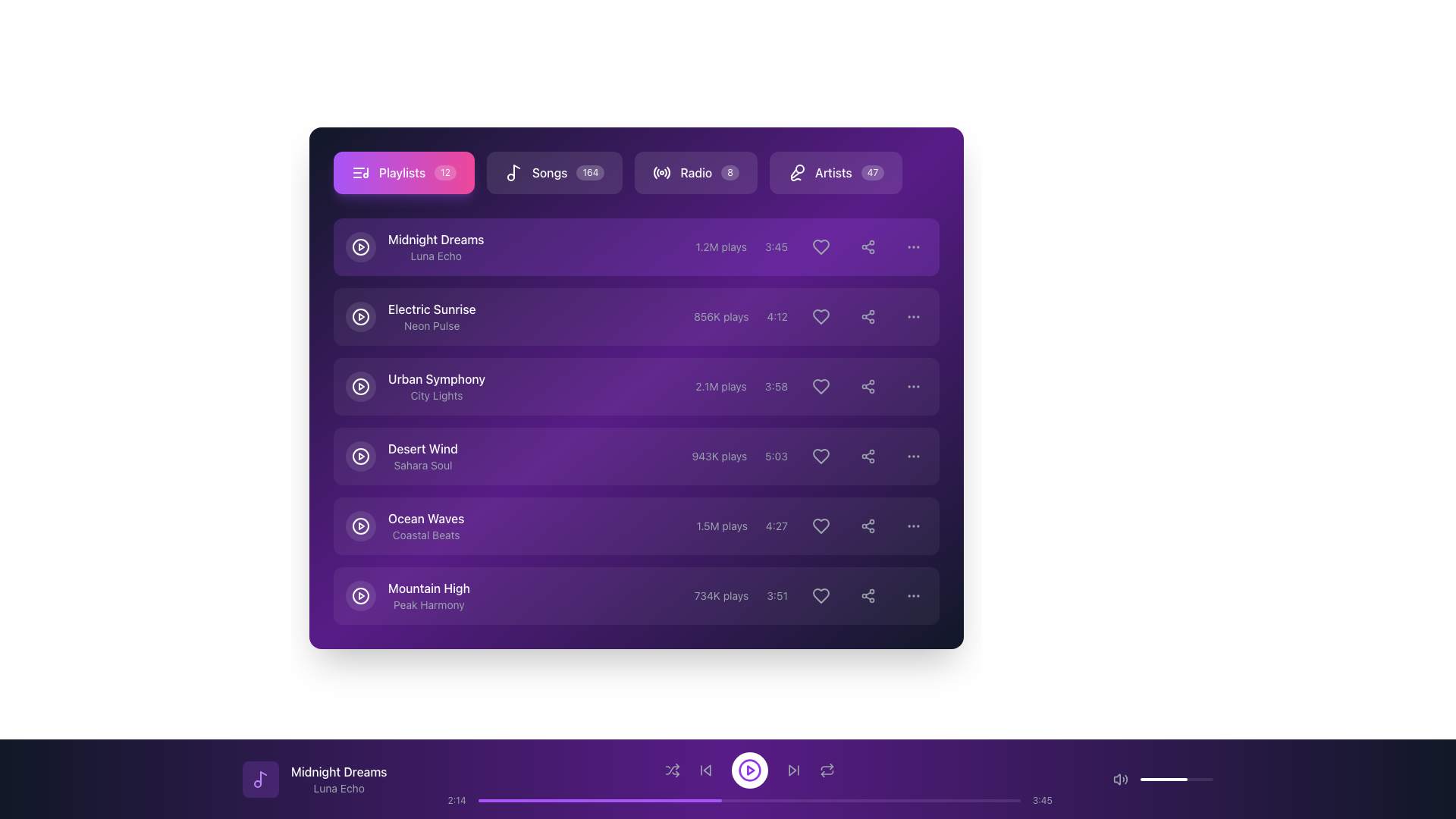 This screenshot has width=1456, height=819. What do you see at coordinates (435, 256) in the screenshot?
I see `the text label providing additional context for 'Midnight Dreams', located in the second row of the list directly below the main label` at bounding box center [435, 256].